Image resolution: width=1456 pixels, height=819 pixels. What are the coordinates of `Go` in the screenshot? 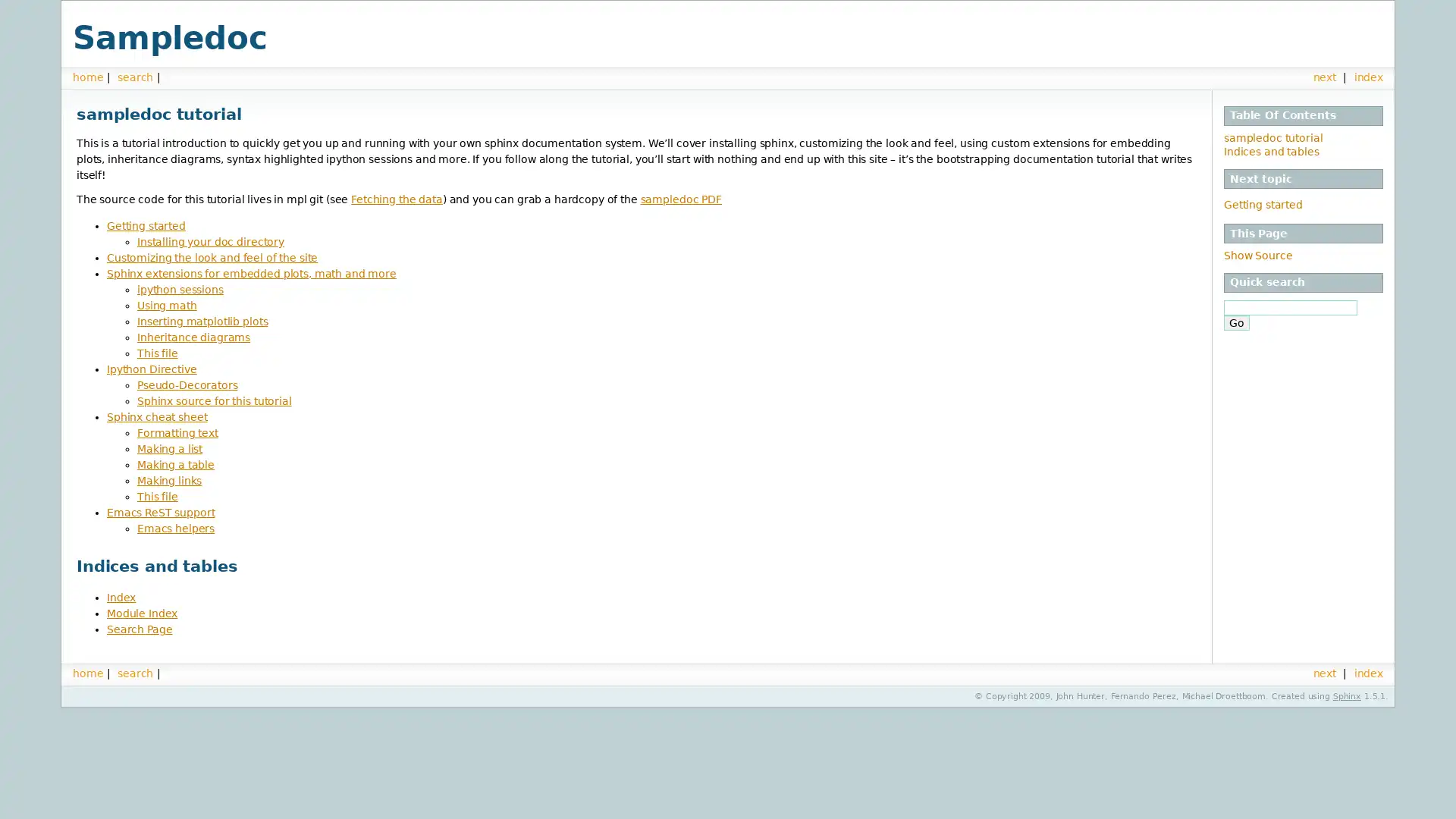 It's located at (1237, 321).